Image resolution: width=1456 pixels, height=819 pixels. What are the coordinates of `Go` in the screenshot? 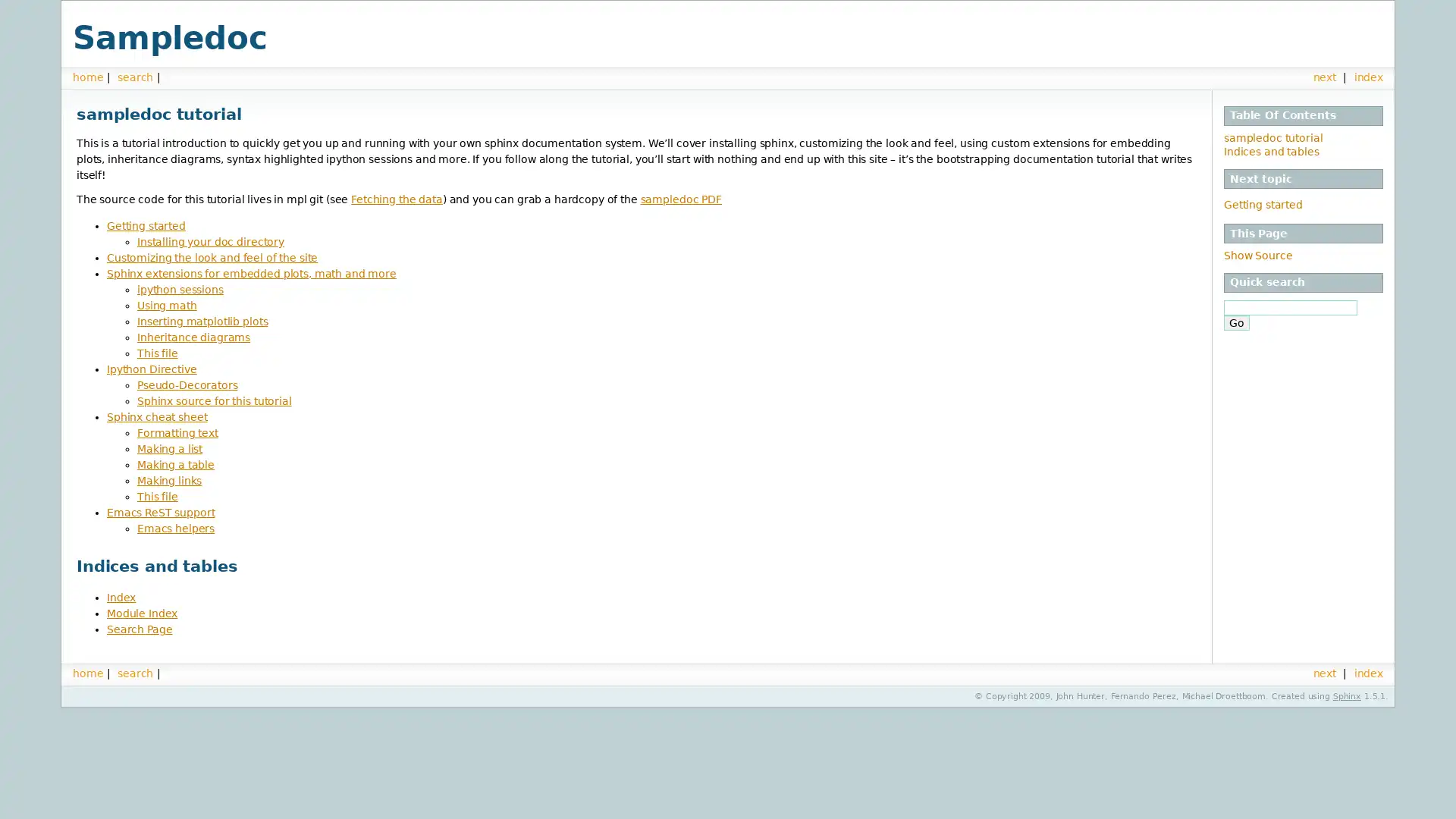 It's located at (1237, 321).